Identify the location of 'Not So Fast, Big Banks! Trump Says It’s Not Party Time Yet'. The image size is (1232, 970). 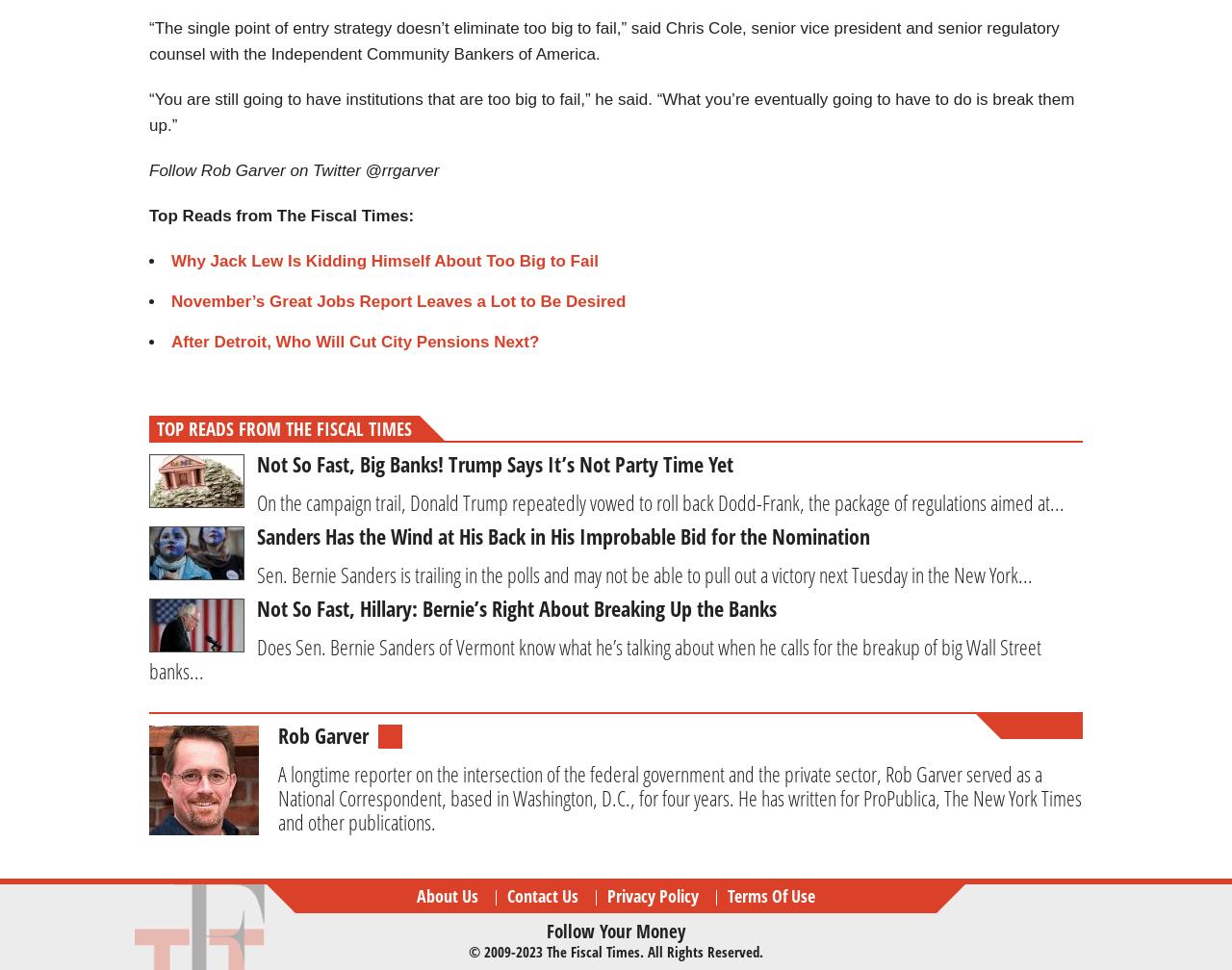
(256, 463).